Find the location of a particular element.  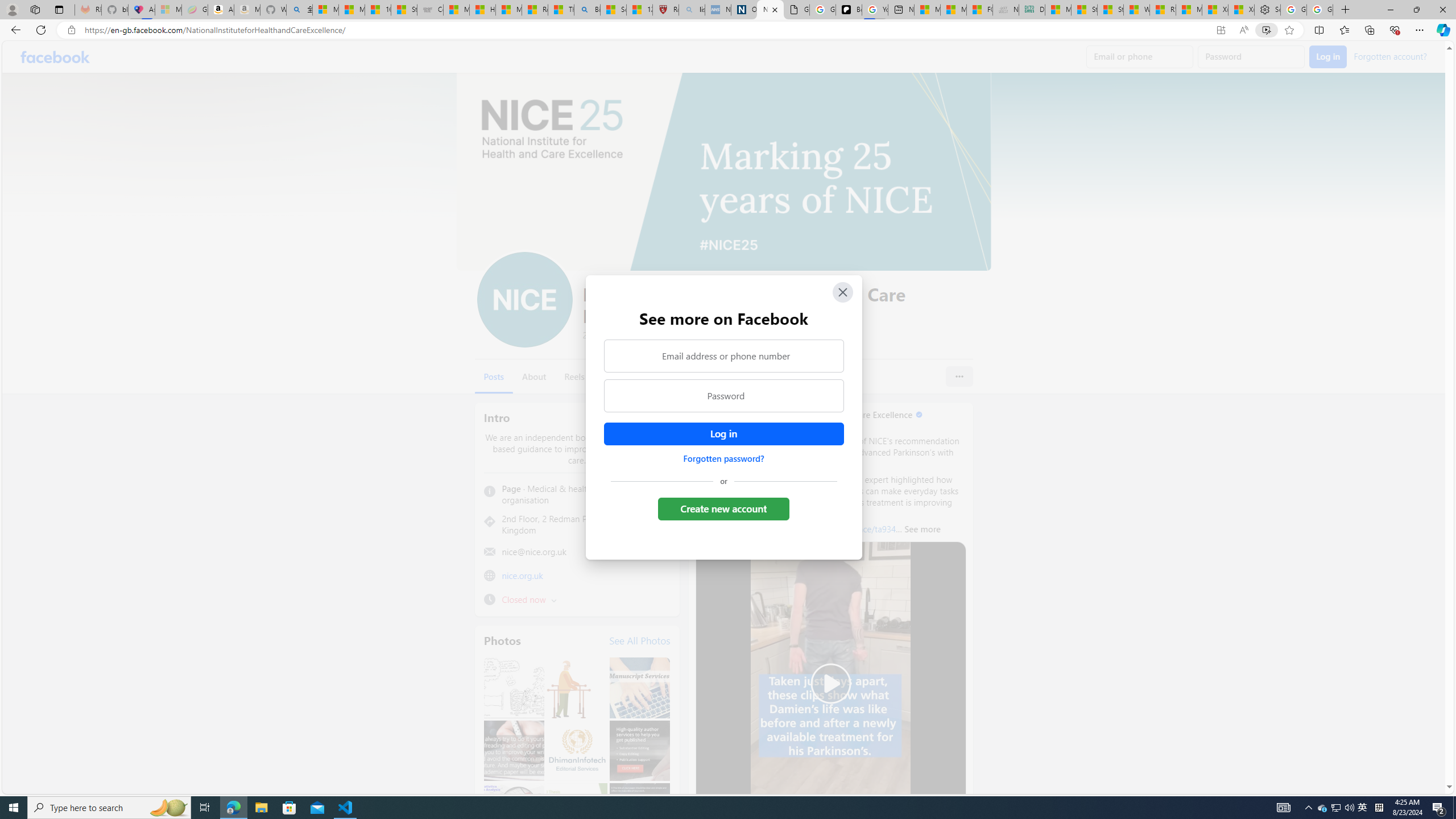

'12 Popular Science Lies that Must be Corrected' is located at coordinates (640, 9).